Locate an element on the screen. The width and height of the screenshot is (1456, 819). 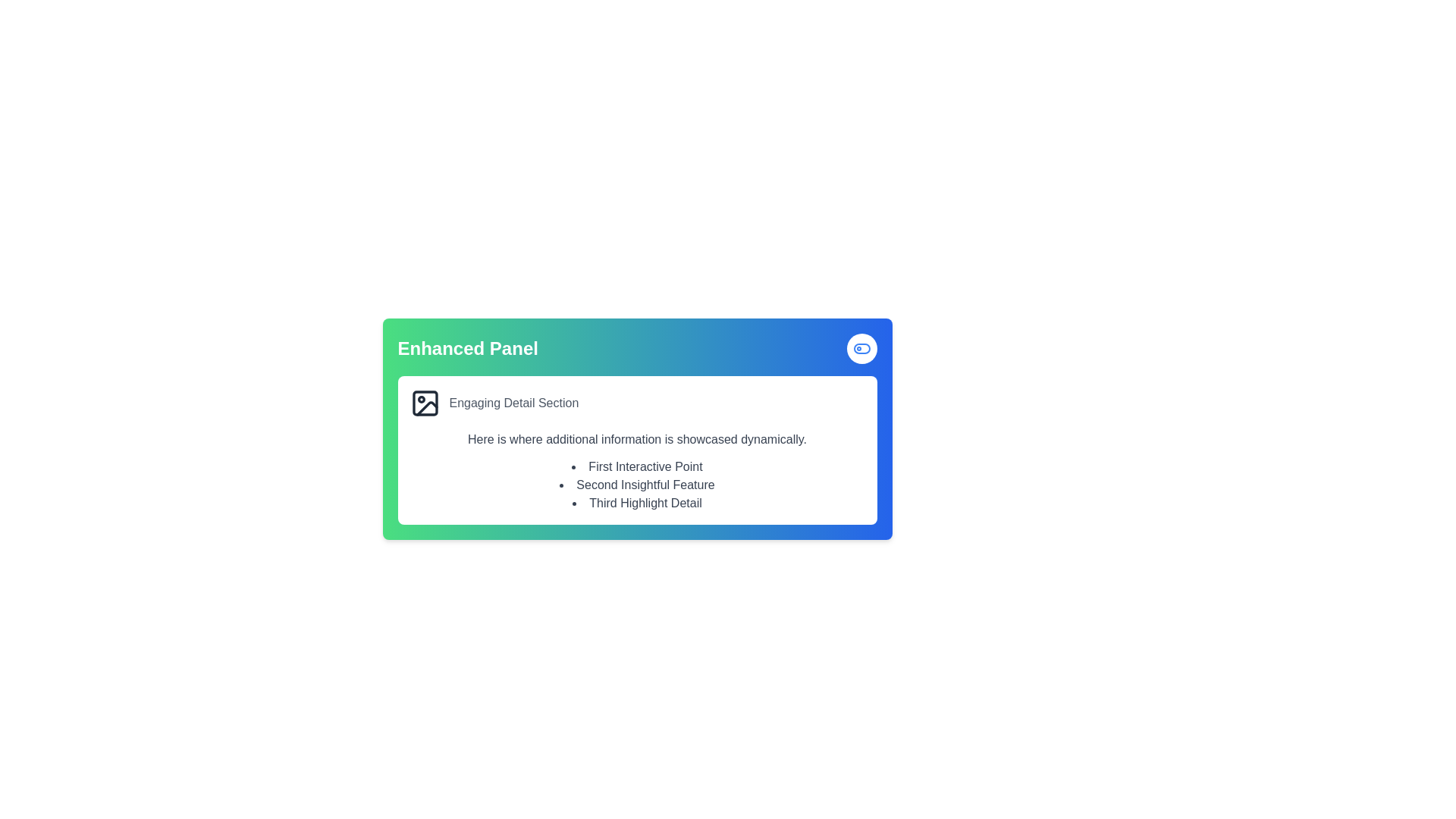
the toggle switch icon, which is a pill-shaped button with a bright blue outline and fill is located at coordinates (861, 348).